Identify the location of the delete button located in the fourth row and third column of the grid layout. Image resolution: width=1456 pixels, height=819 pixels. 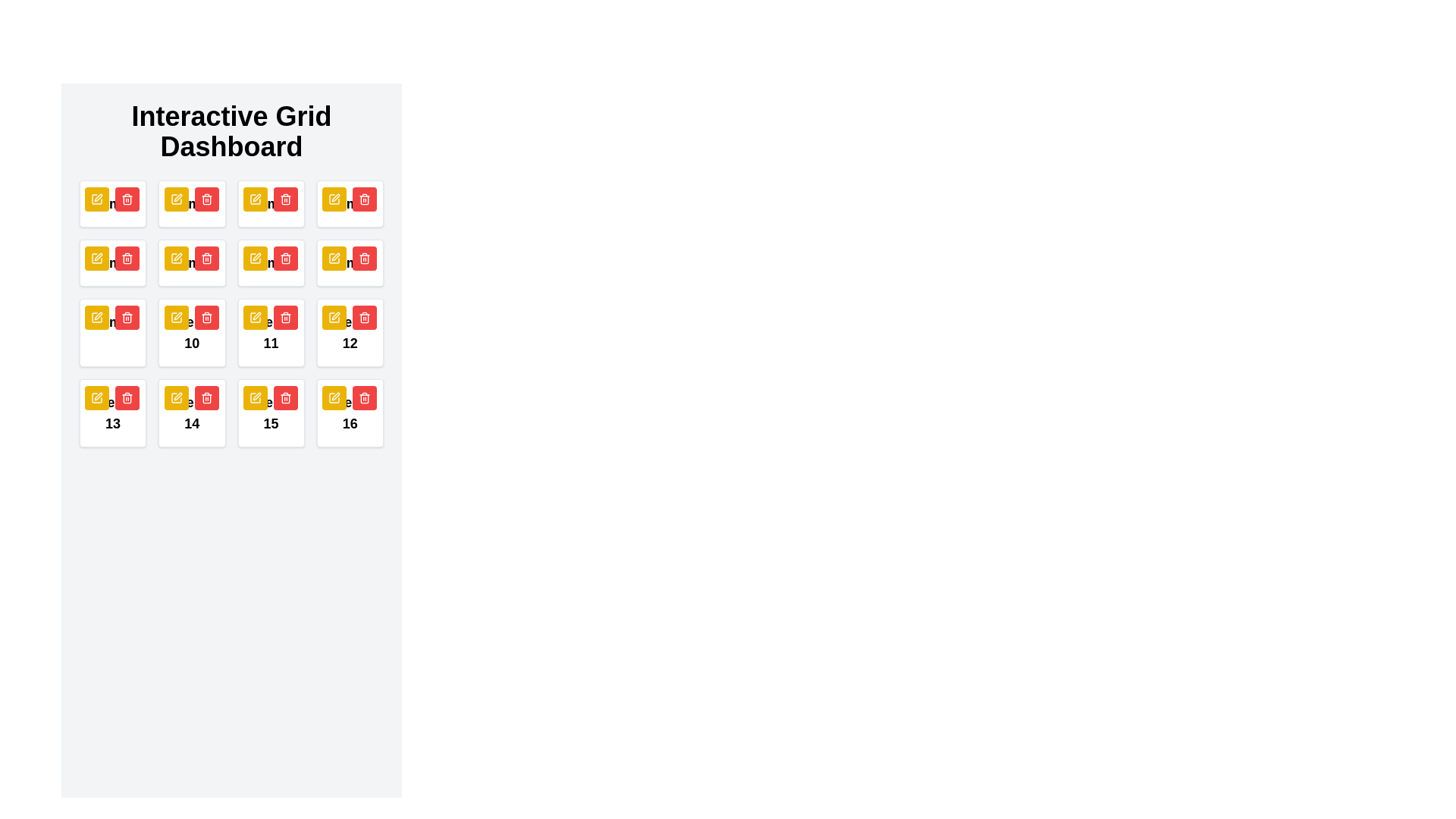
(285, 257).